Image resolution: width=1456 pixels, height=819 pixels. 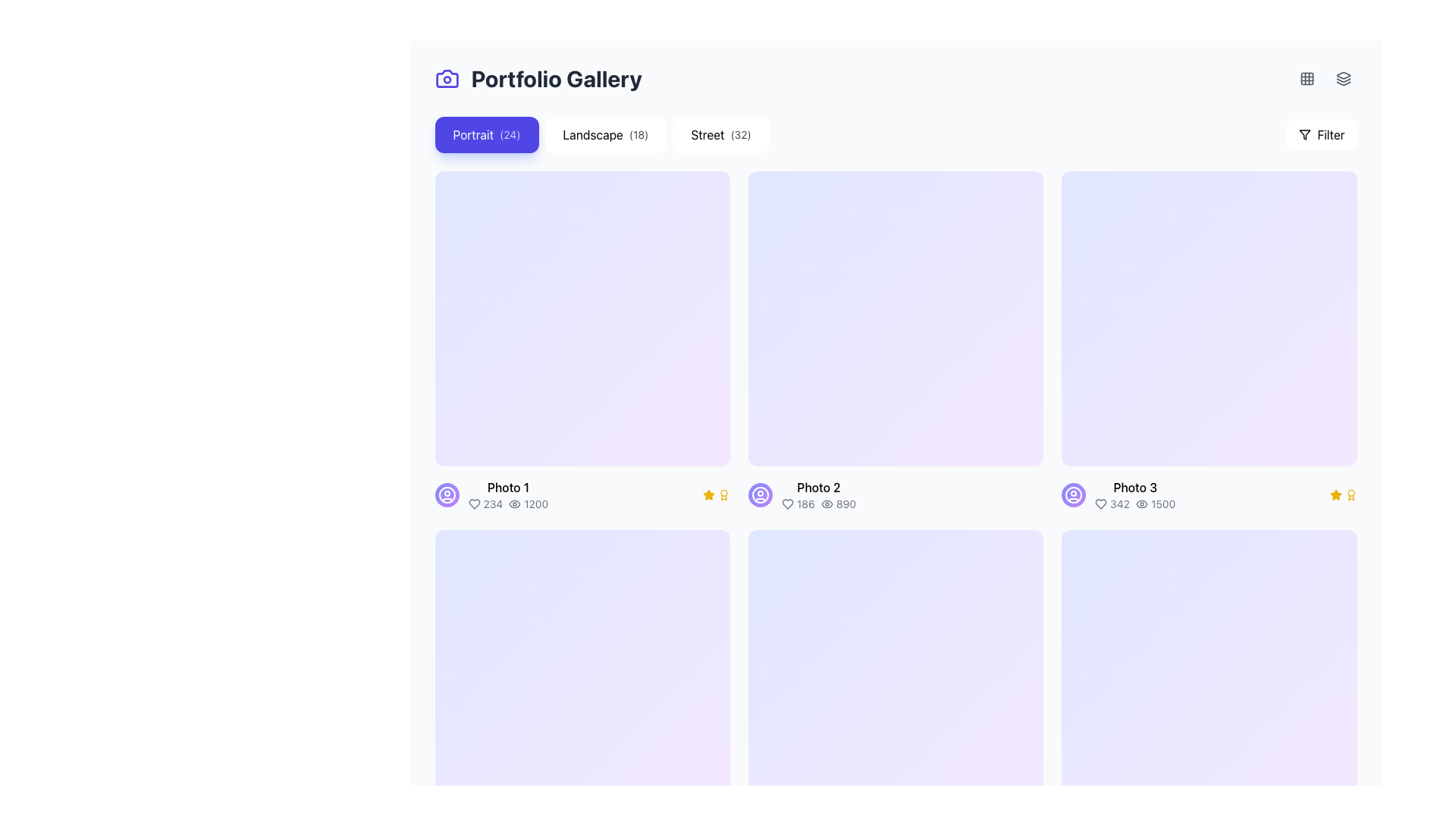 I want to click on the like icon located to the left of the number '186' below 'Photo 2', so click(x=787, y=504).